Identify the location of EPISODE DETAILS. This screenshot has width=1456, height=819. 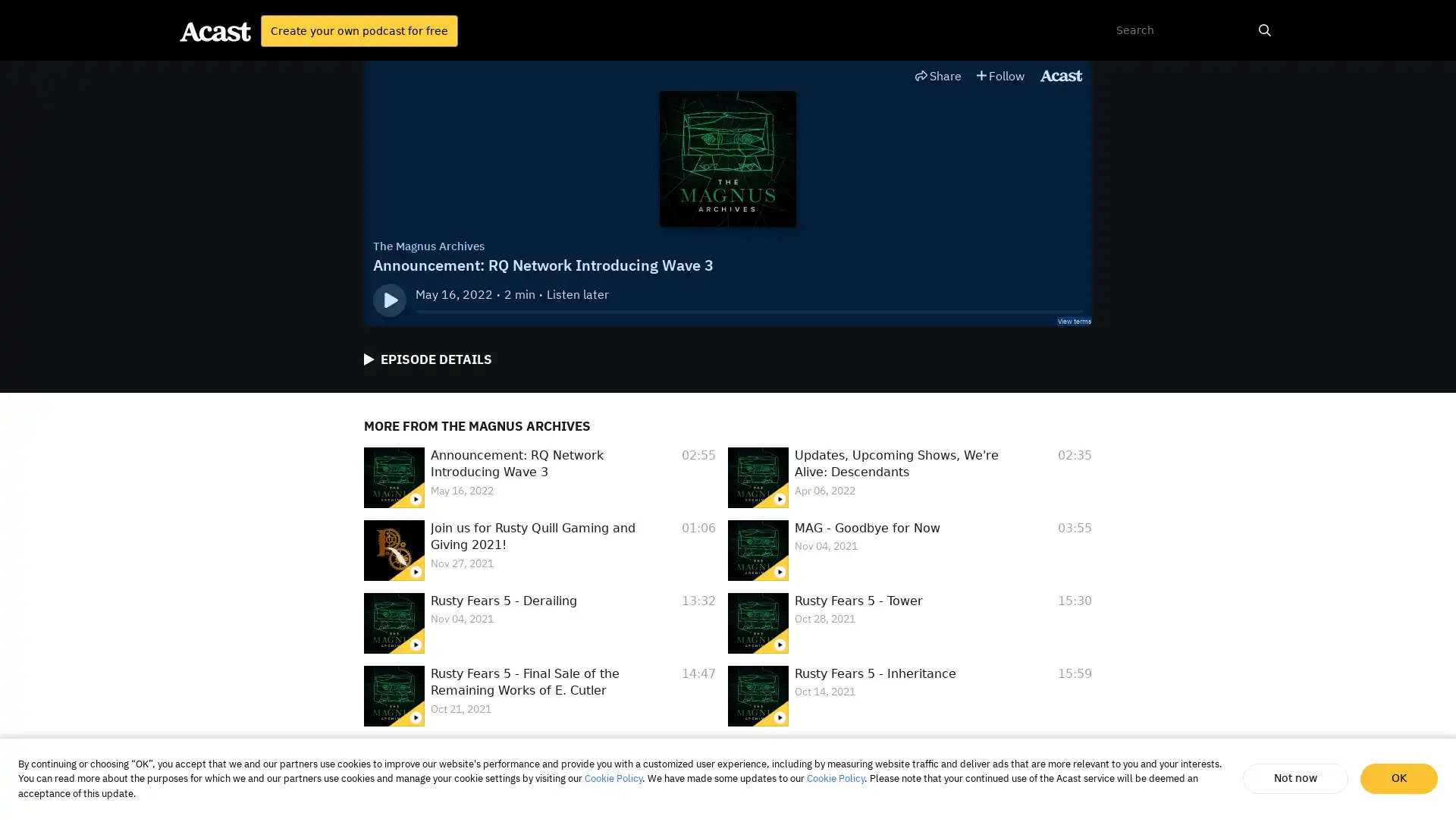
(427, 359).